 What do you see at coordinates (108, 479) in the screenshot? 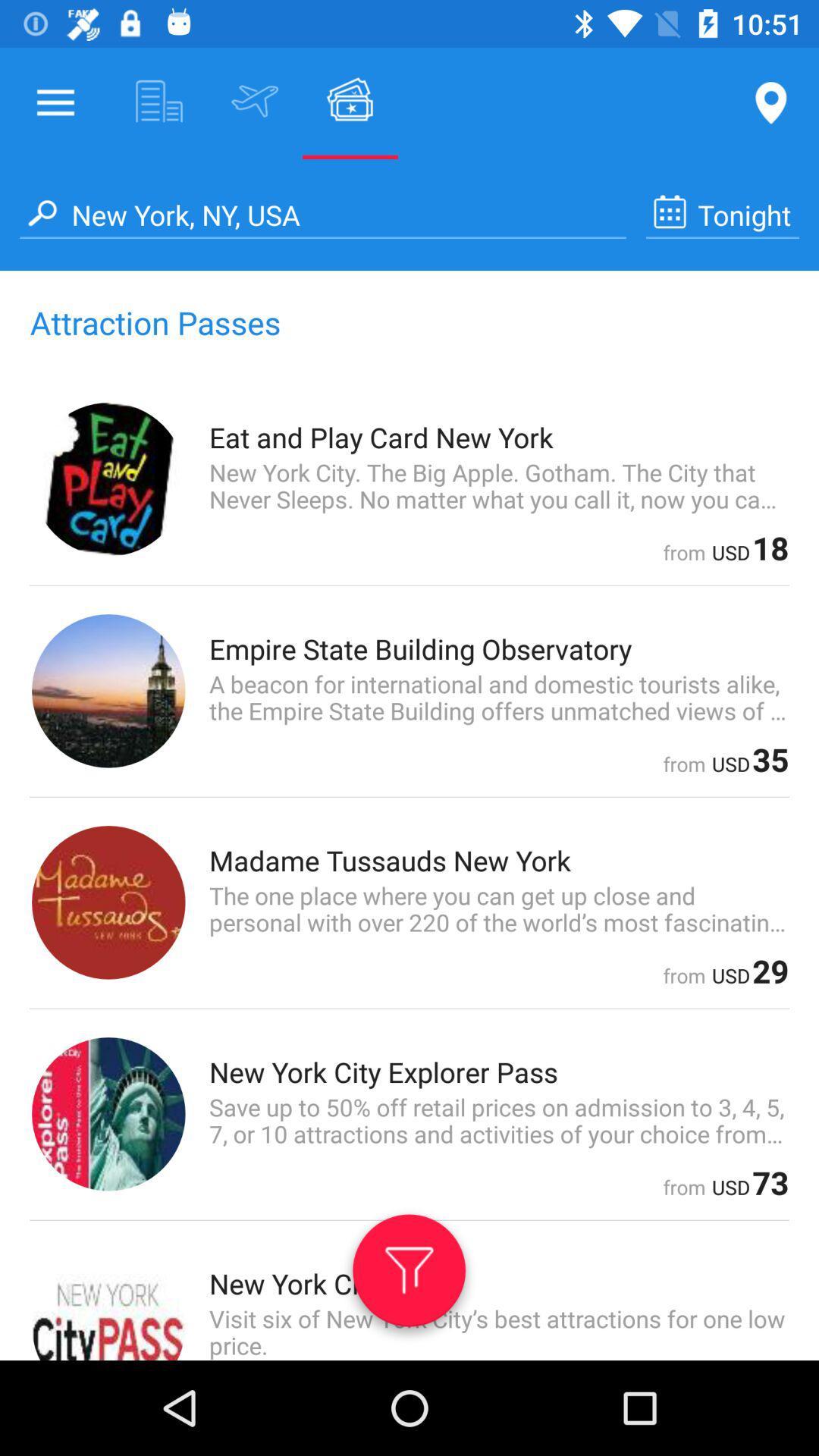
I see `the image below the text attraction passes on the web page` at bounding box center [108, 479].